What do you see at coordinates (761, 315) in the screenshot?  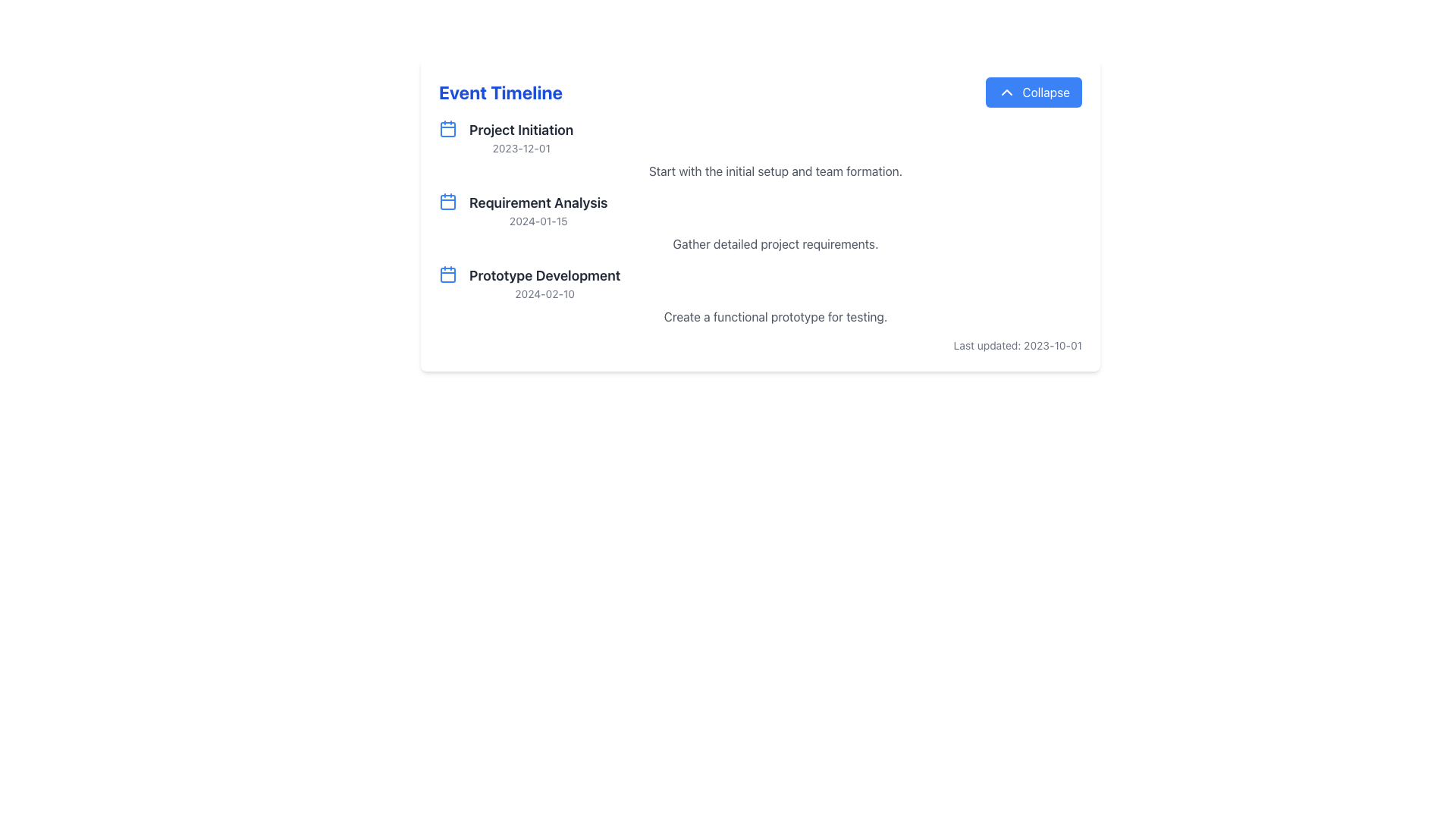 I see `static text label displaying 'Create a functional prototype for testing.' located under the 'Prototype Development' section` at bounding box center [761, 315].